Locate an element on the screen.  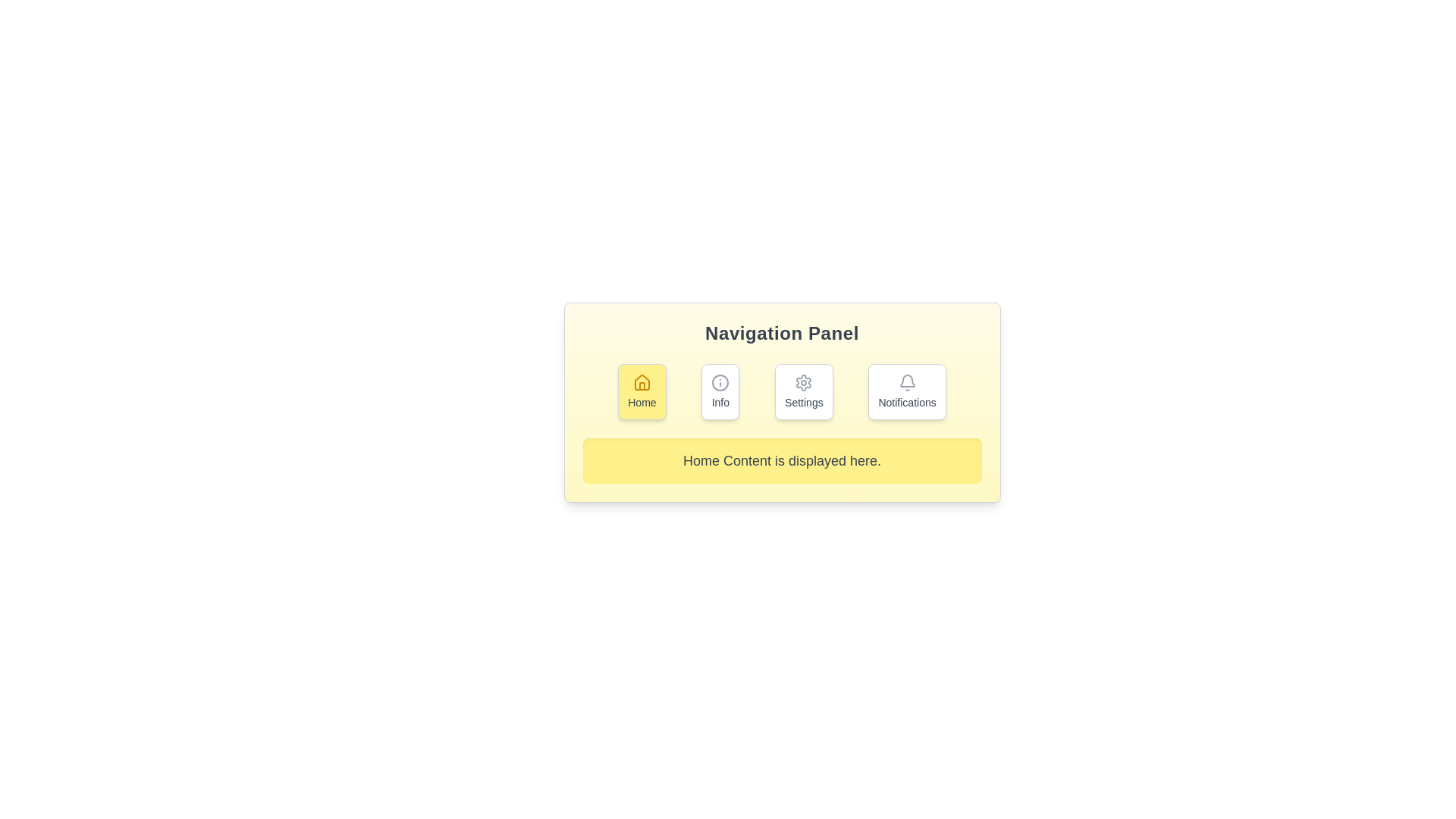
the 'Home' icon in the navigation panel, which represents the 'Home' functionality is located at coordinates (642, 382).